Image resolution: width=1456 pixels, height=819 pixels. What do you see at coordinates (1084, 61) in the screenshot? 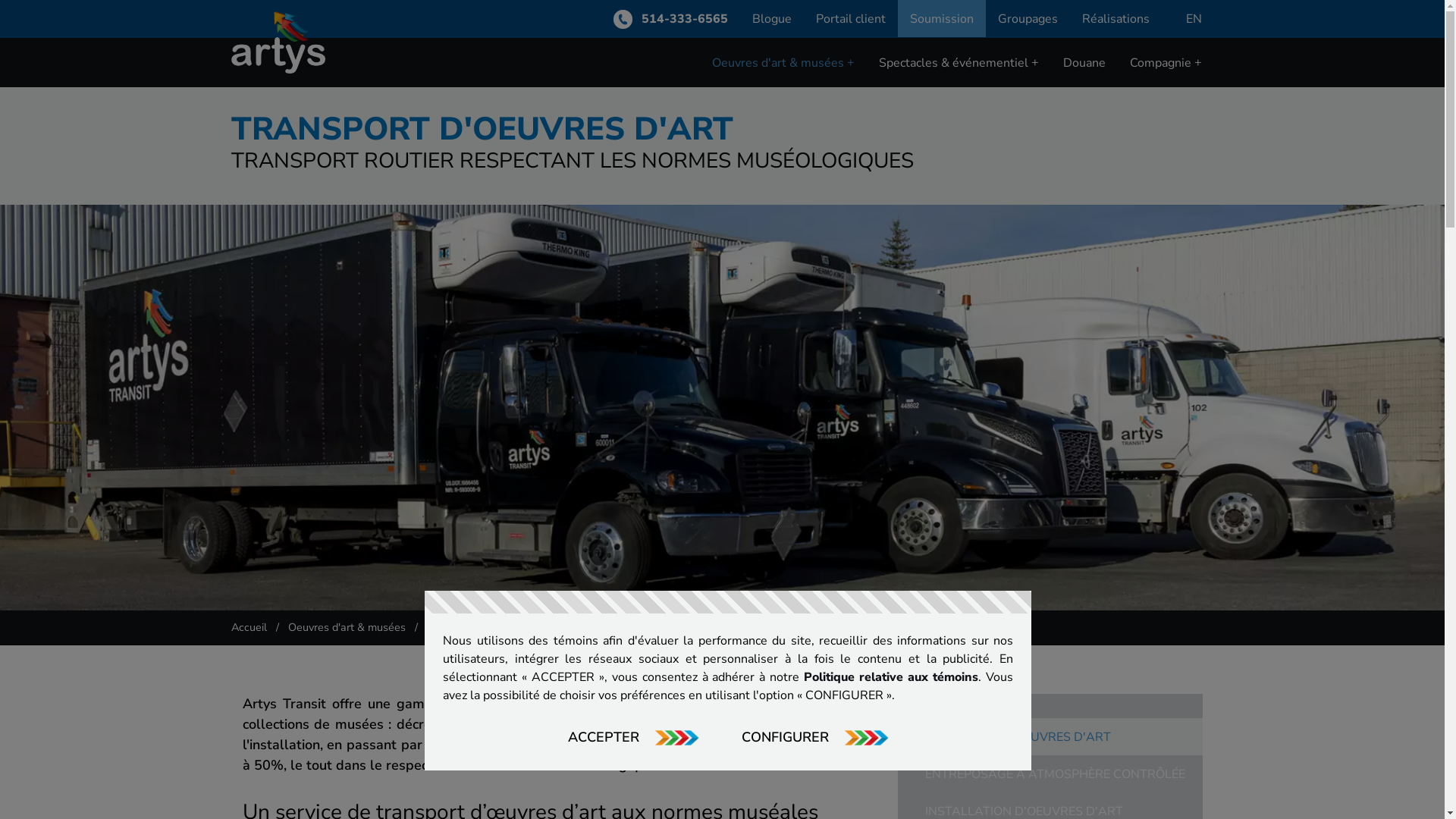
I see `'Douane'` at bounding box center [1084, 61].